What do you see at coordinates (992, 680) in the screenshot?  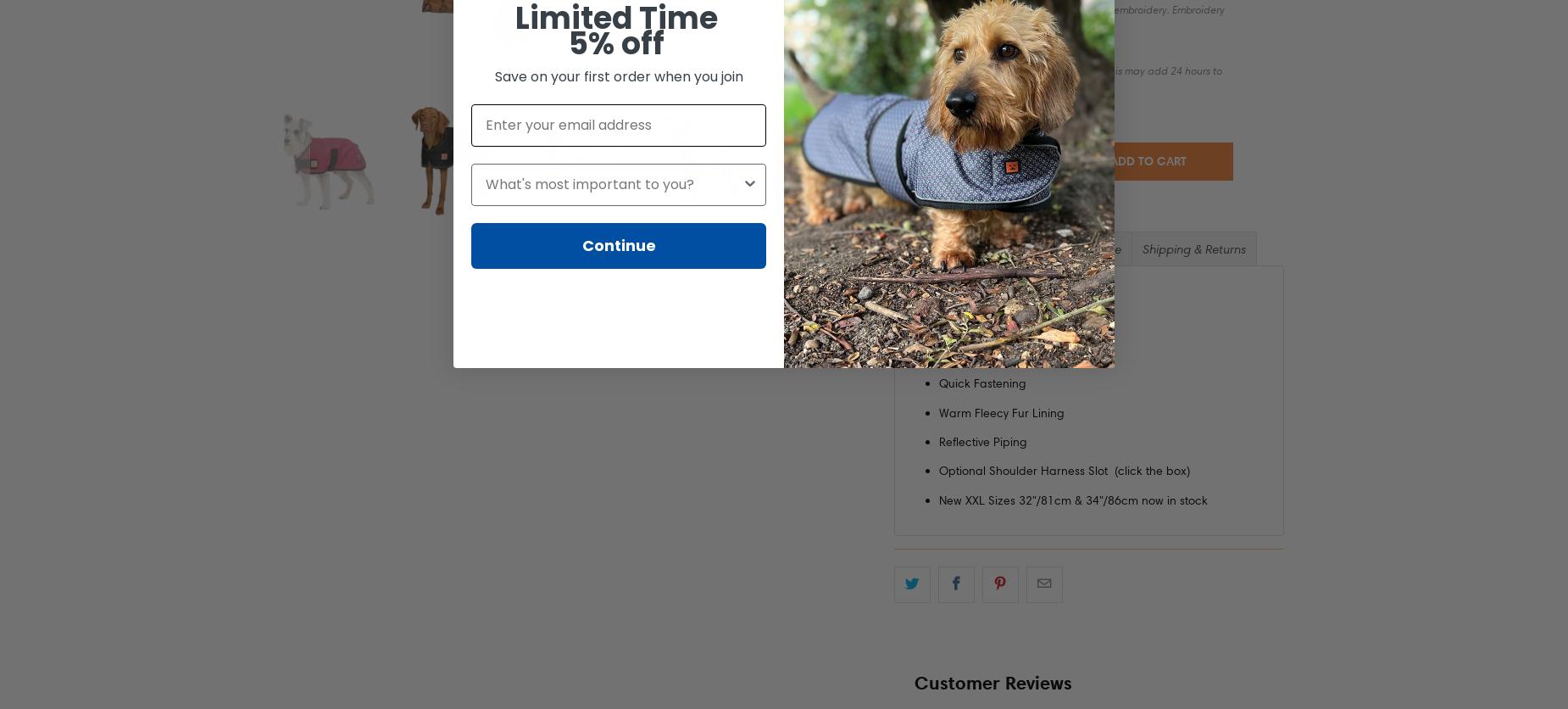 I see `'Customer Reviews'` at bounding box center [992, 680].